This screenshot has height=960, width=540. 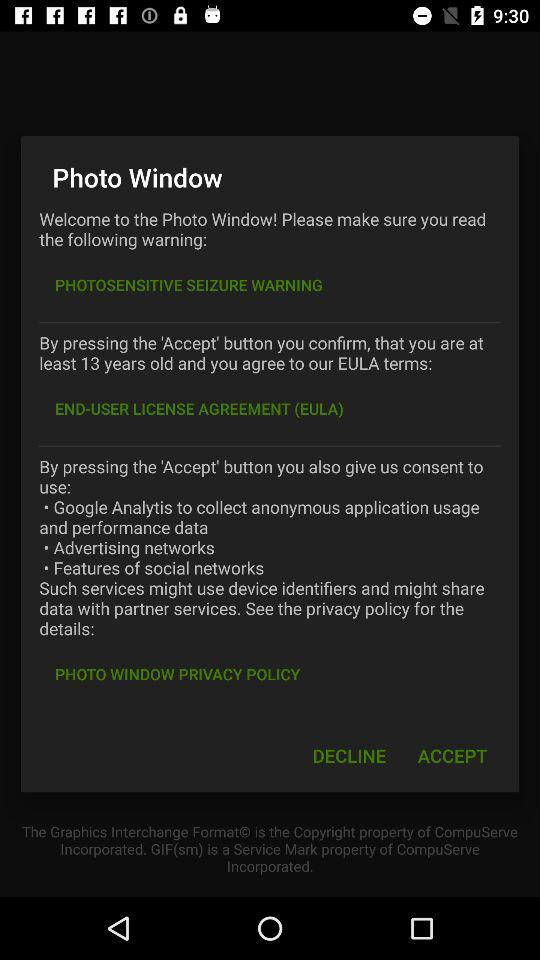 What do you see at coordinates (348, 754) in the screenshot?
I see `the decline icon` at bounding box center [348, 754].